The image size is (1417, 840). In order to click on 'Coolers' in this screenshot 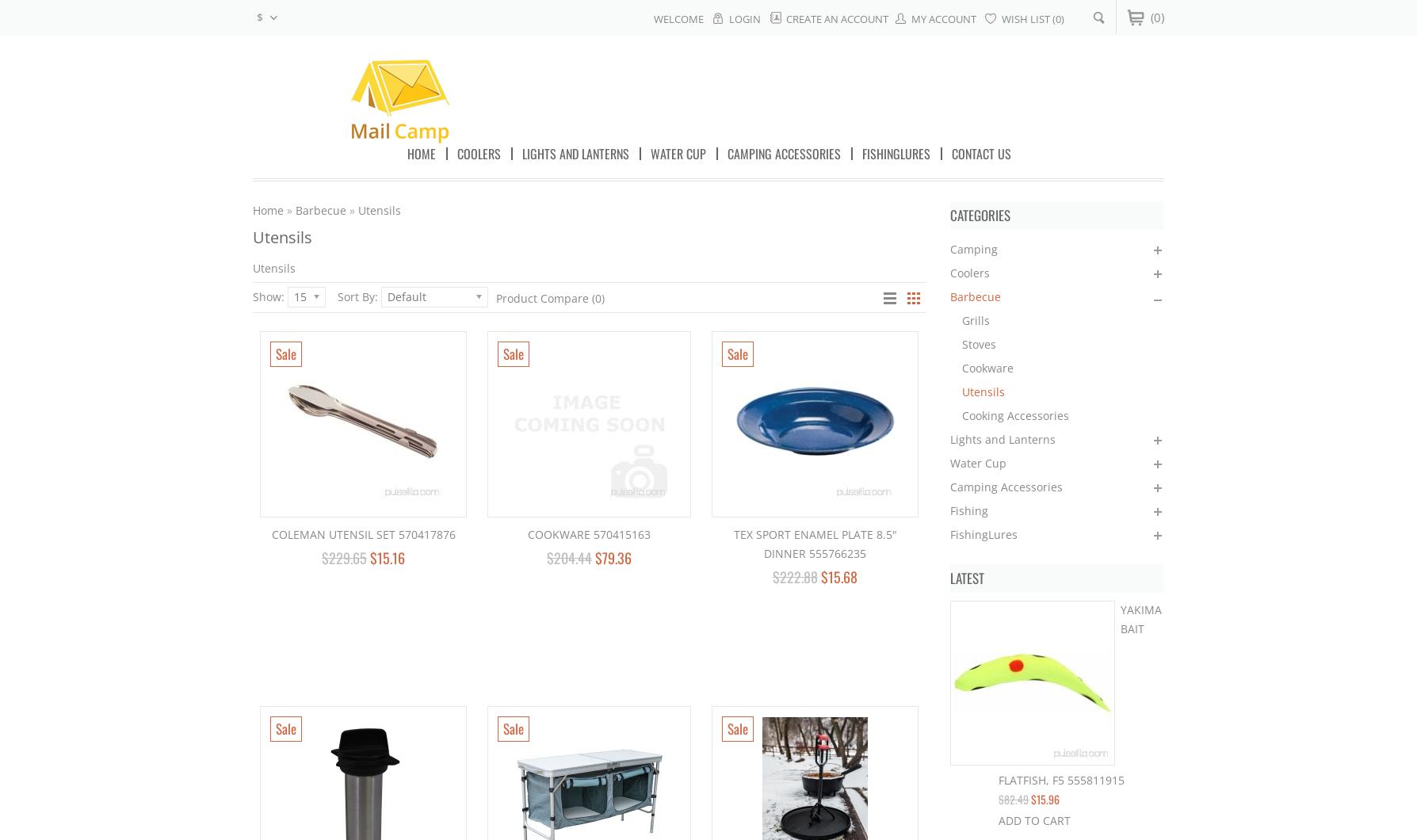, I will do `click(969, 273)`.